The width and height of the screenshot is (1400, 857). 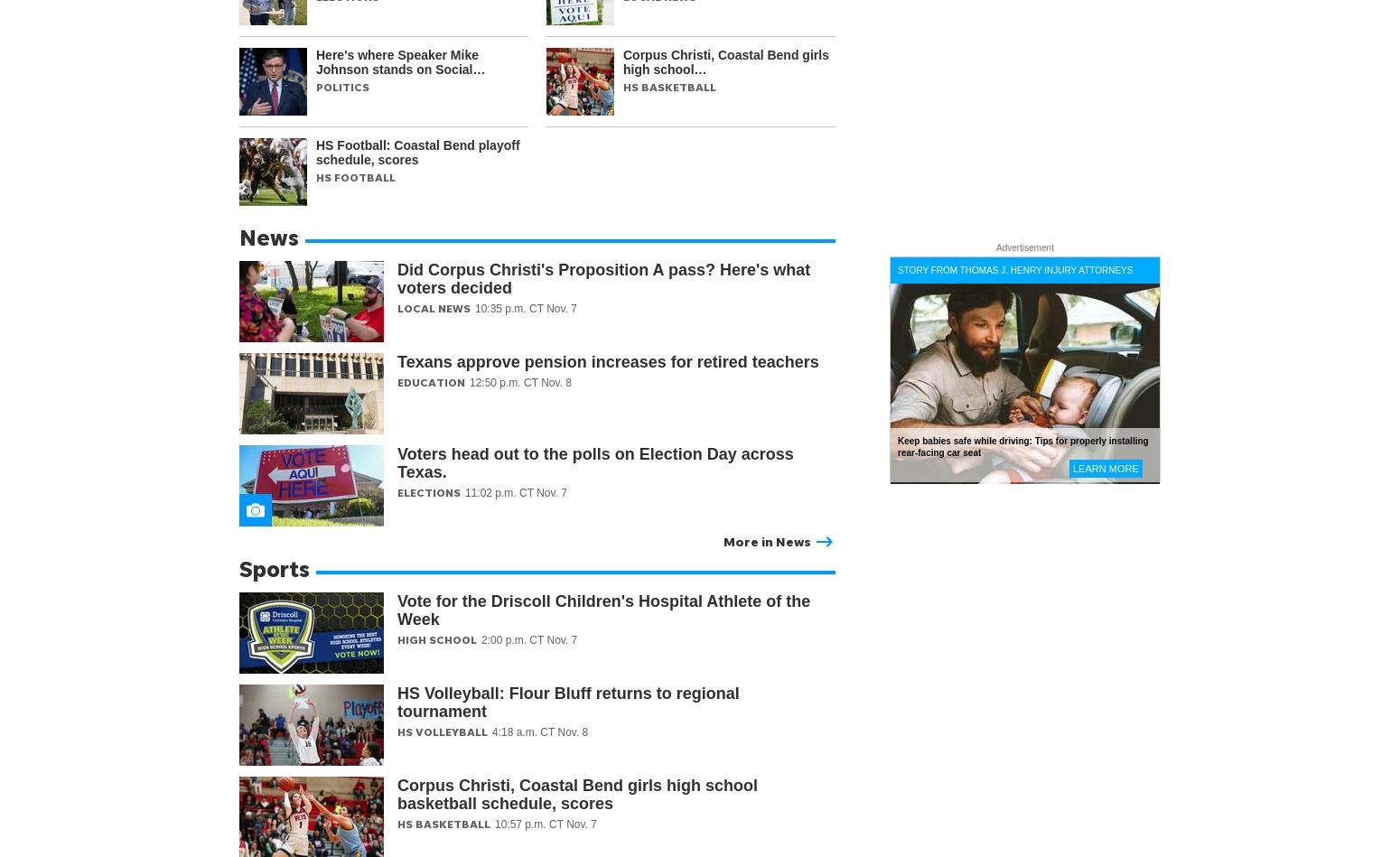 What do you see at coordinates (766, 540) in the screenshot?
I see `'More in News'` at bounding box center [766, 540].